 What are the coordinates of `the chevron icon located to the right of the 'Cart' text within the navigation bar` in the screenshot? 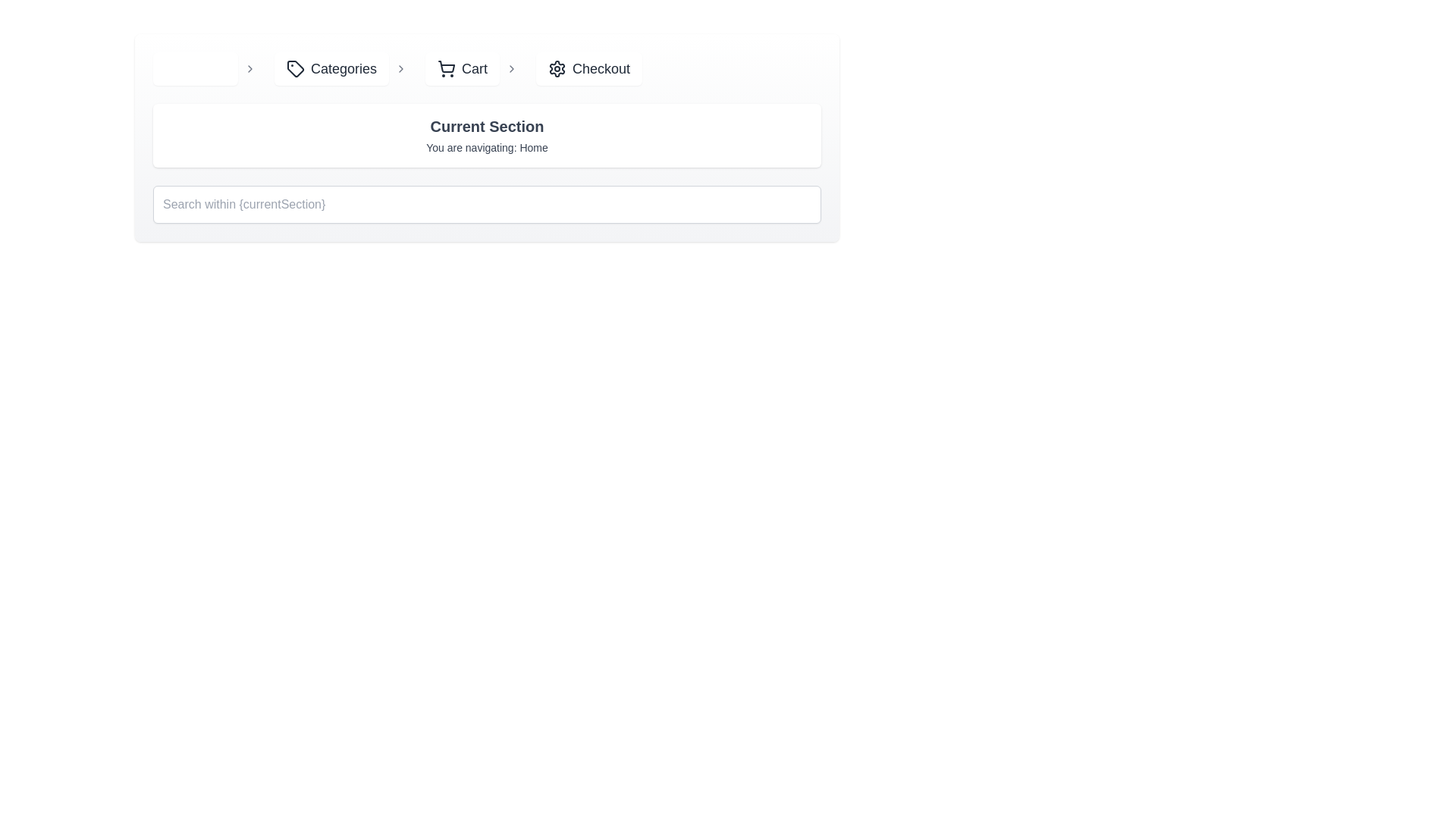 It's located at (512, 69).